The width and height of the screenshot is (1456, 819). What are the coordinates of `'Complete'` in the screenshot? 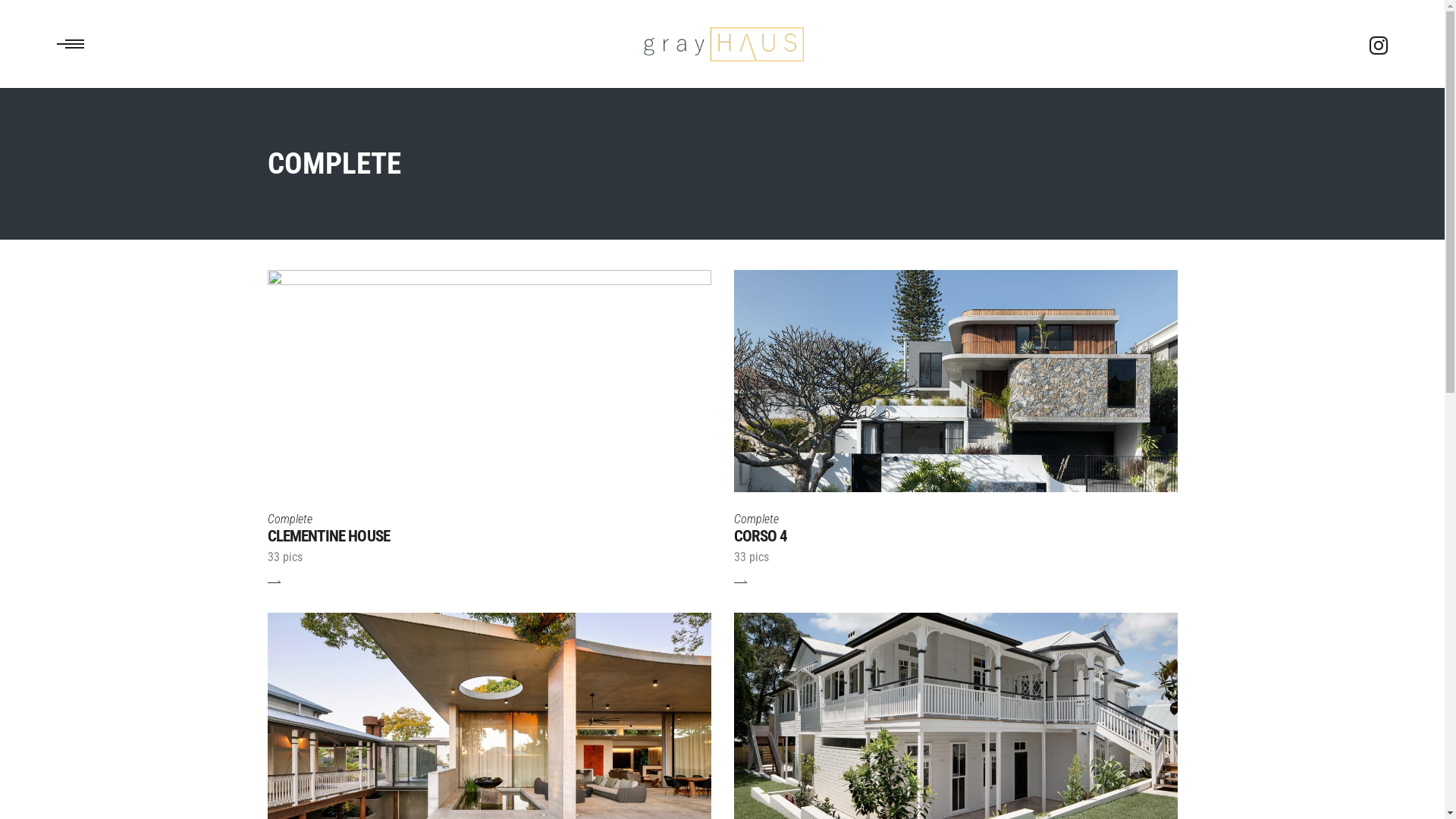 It's located at (756, 518).